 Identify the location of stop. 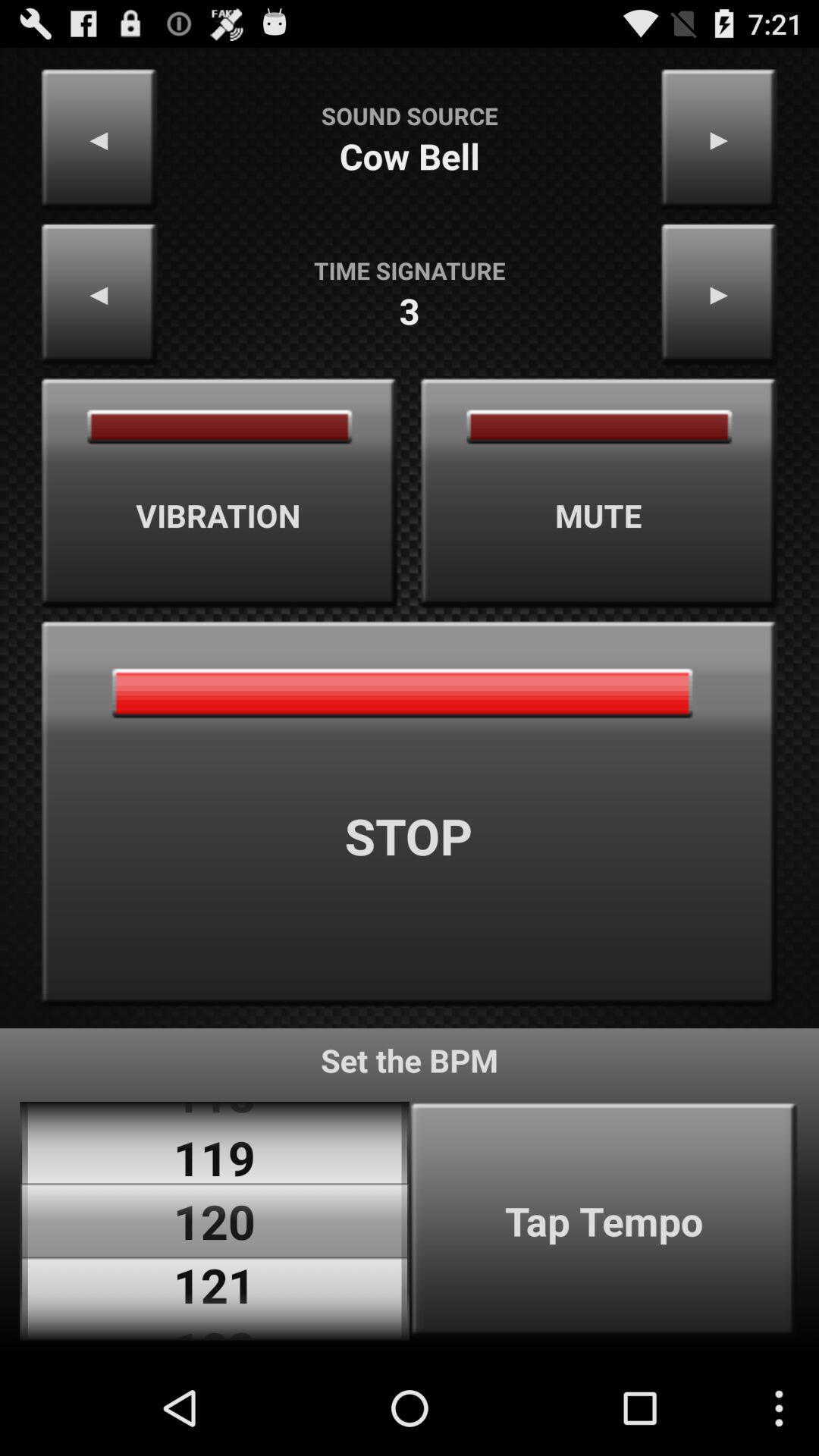
(409, 813).